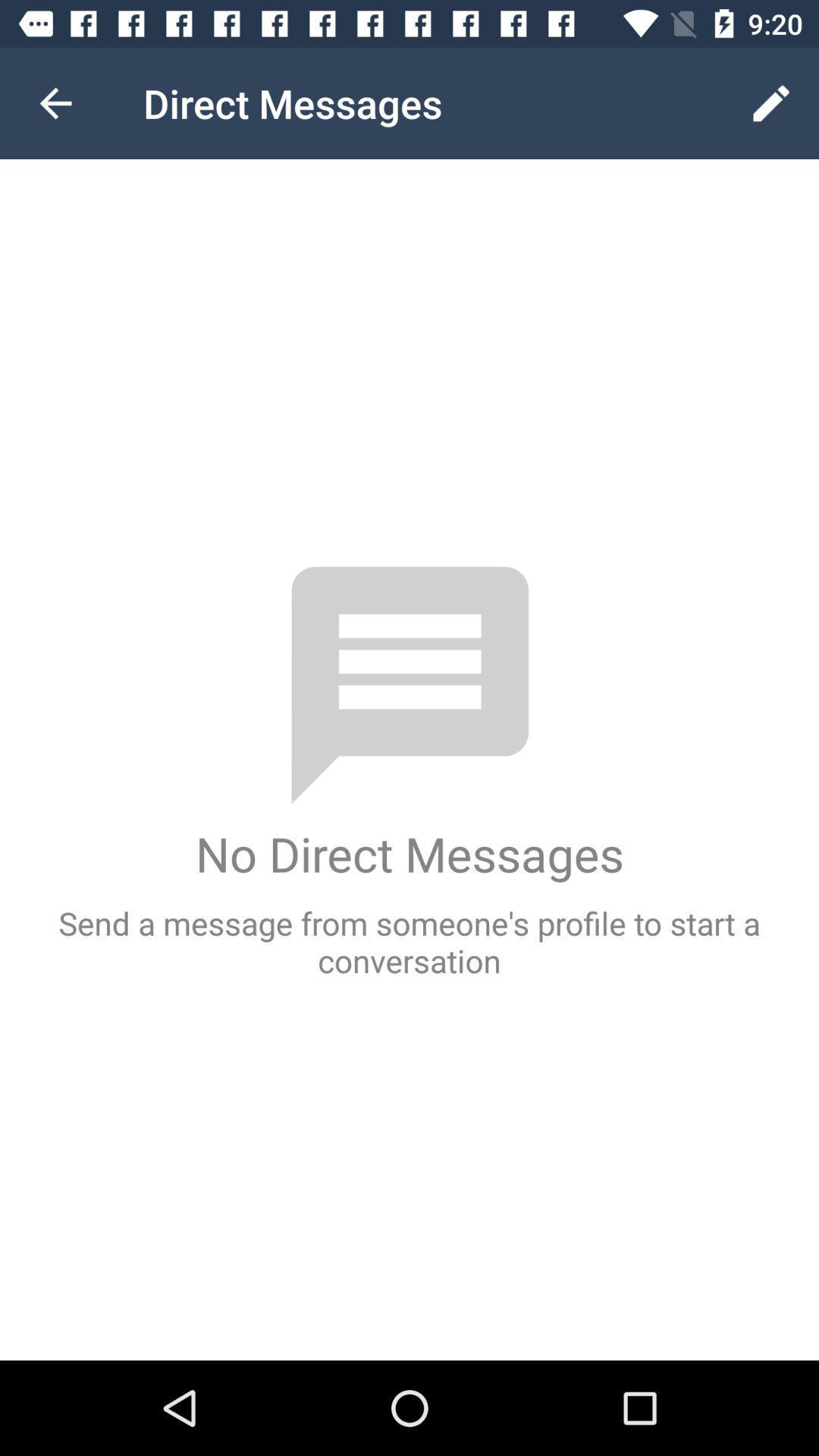 The height and width of the screenshot is (1456, 819). What do you see at coordinates (55, 102) in the screenshot?
I see `icon at the top left corner` at bounding box center [55, 102].